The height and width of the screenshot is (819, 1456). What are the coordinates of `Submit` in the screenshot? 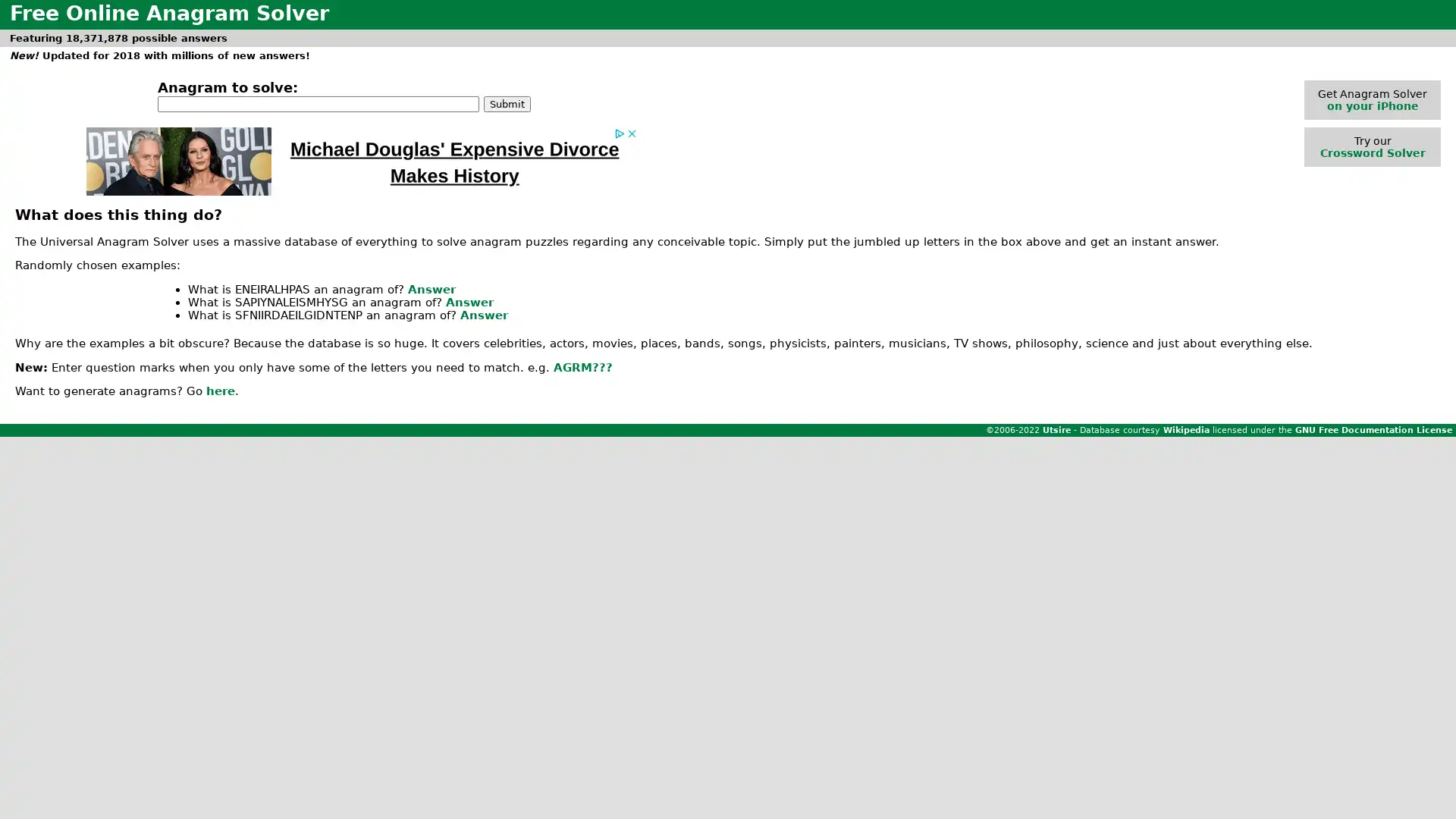 It's located at (507, 102).